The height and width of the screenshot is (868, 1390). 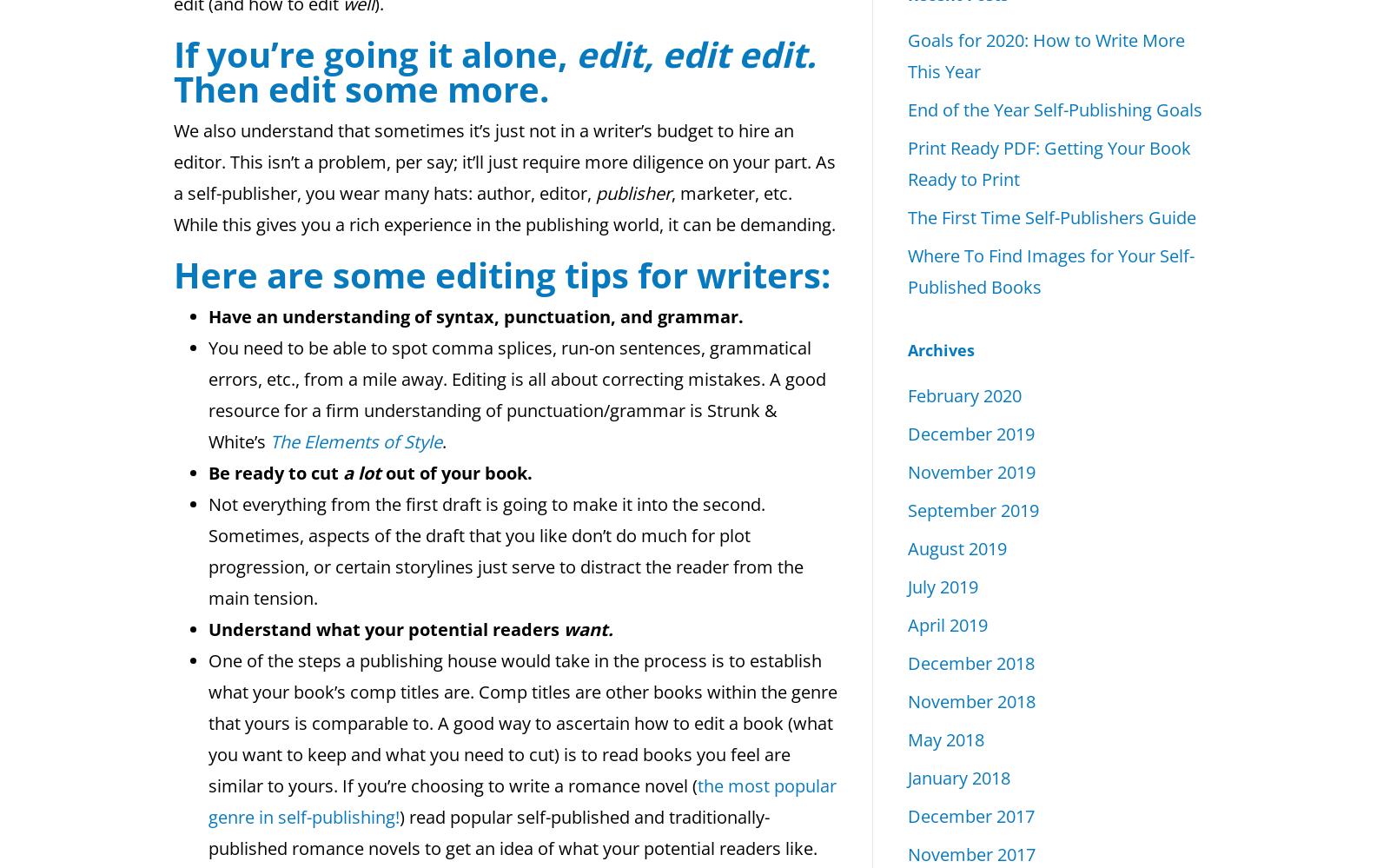 What do you see at coordinates (907, 109) in the screenshot?
I see `'End of the Year Self-Publishing Goals'` at bounding box center [907, 109].